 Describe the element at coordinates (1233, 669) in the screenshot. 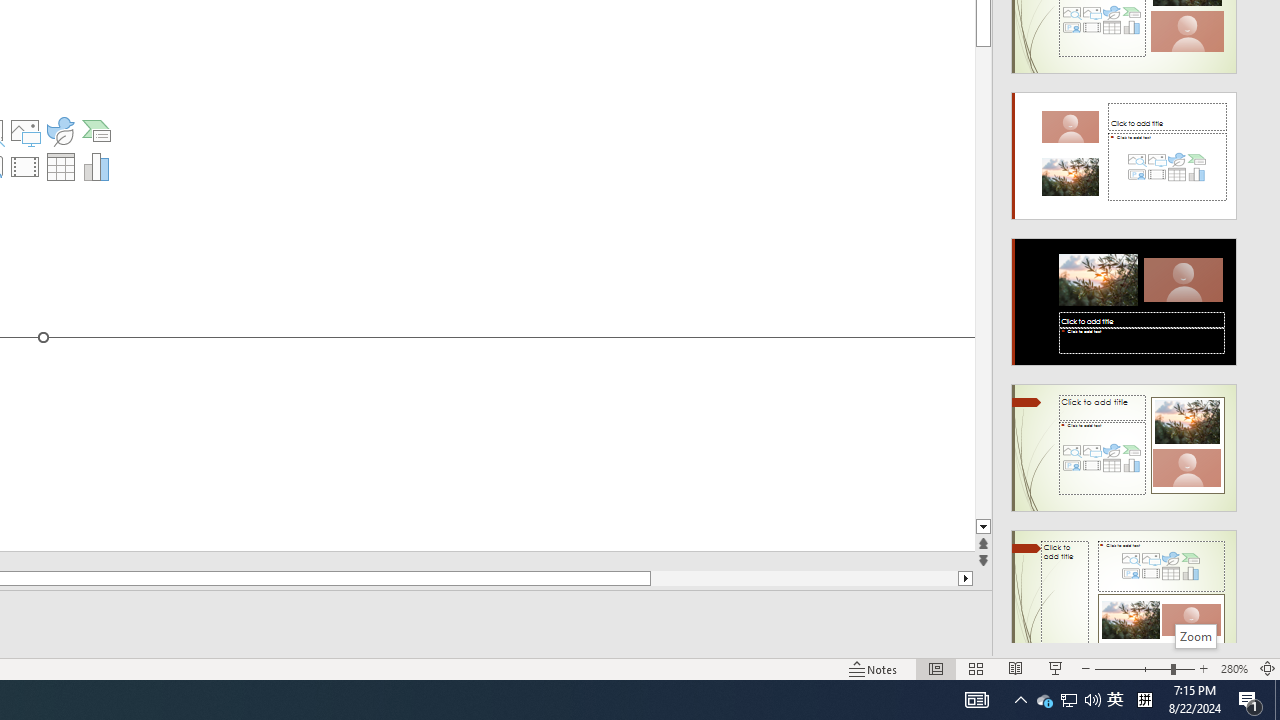

I see `'Zoom 280%'` at that location.